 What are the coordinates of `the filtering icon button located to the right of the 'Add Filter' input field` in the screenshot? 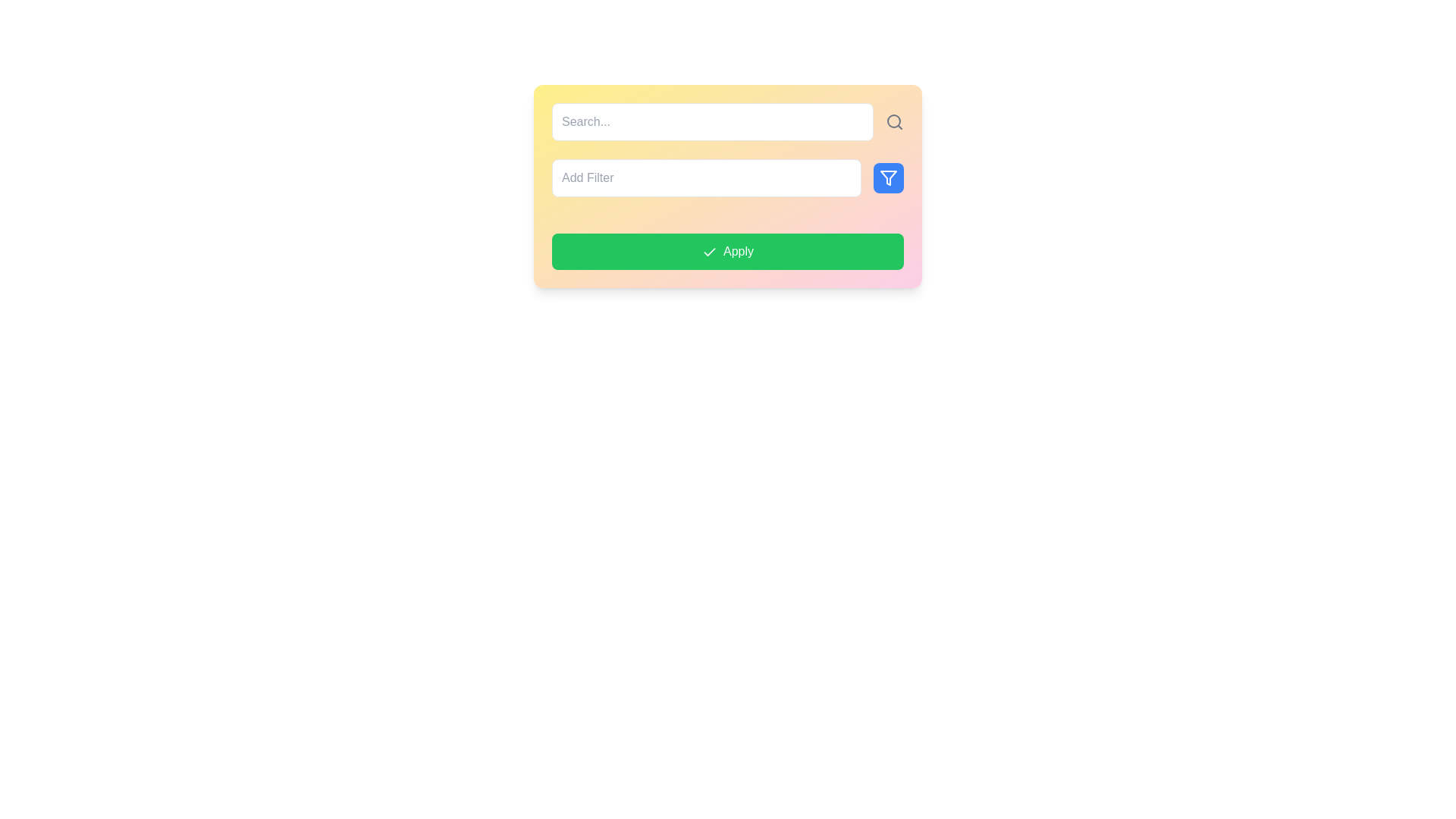 It's located at (888, 177).